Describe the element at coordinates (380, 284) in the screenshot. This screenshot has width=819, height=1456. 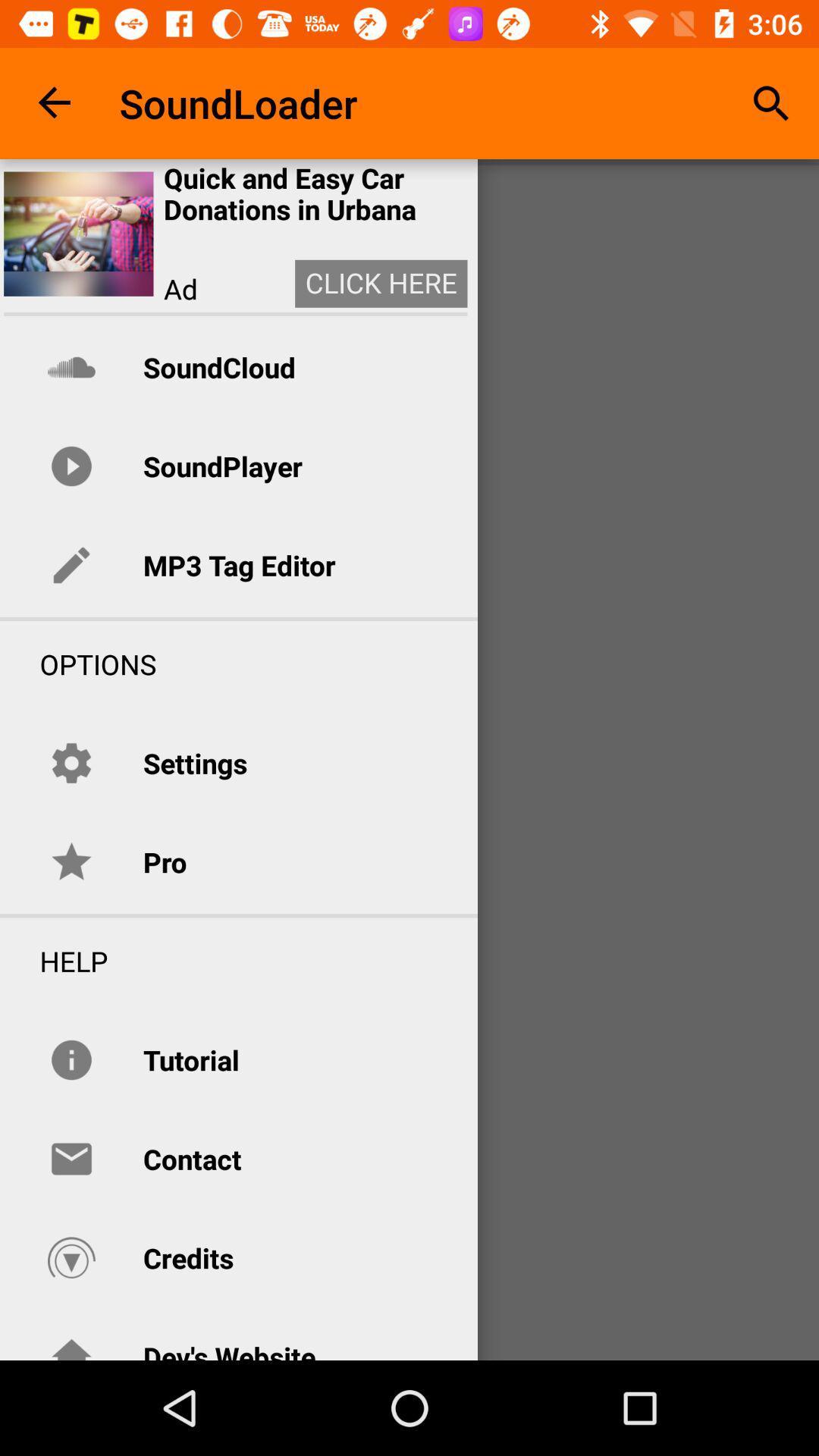
I see `the icon to the right of ad` at that location.